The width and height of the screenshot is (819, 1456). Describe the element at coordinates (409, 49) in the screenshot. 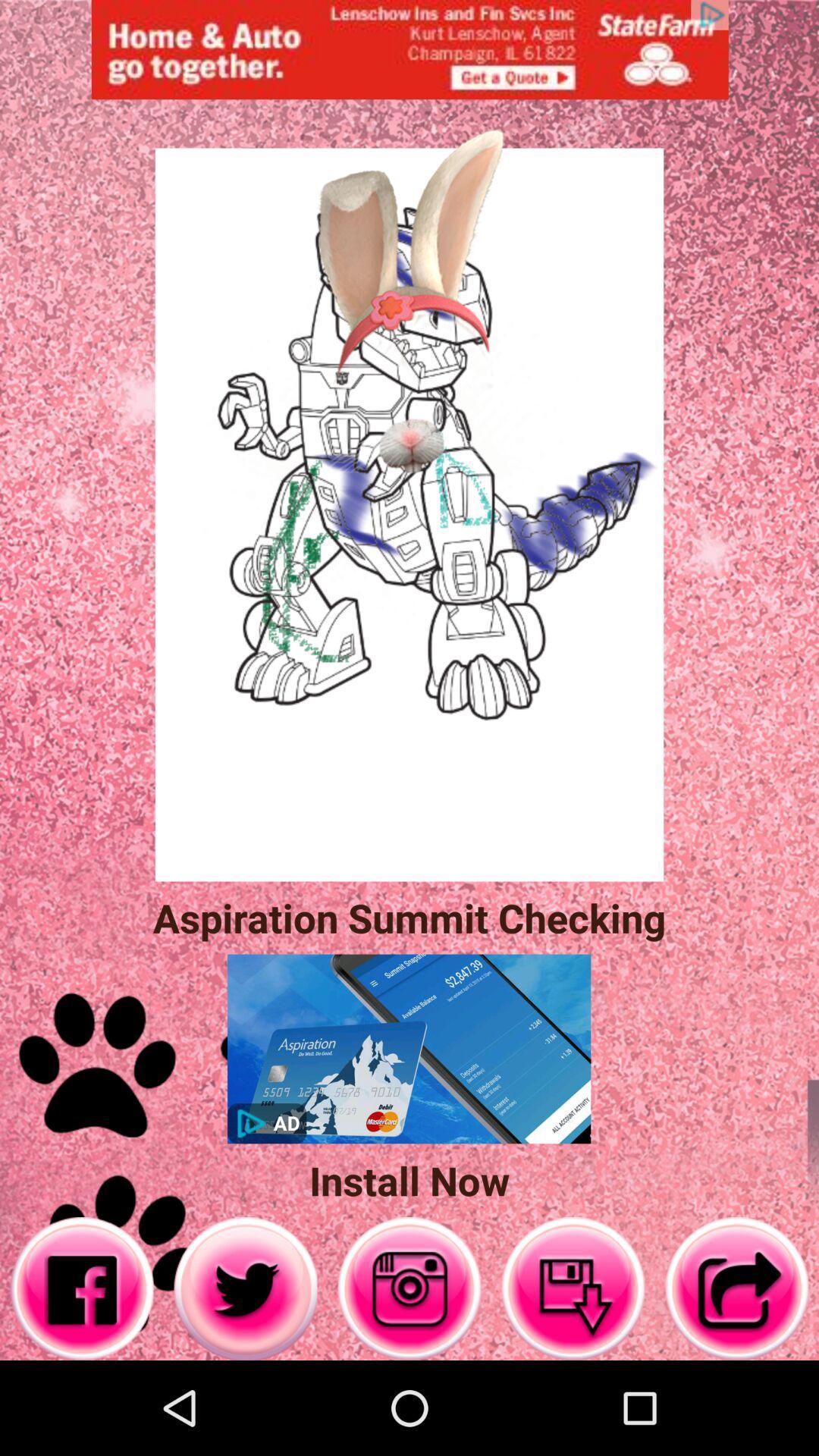

I see `open the advertisements` at that location.